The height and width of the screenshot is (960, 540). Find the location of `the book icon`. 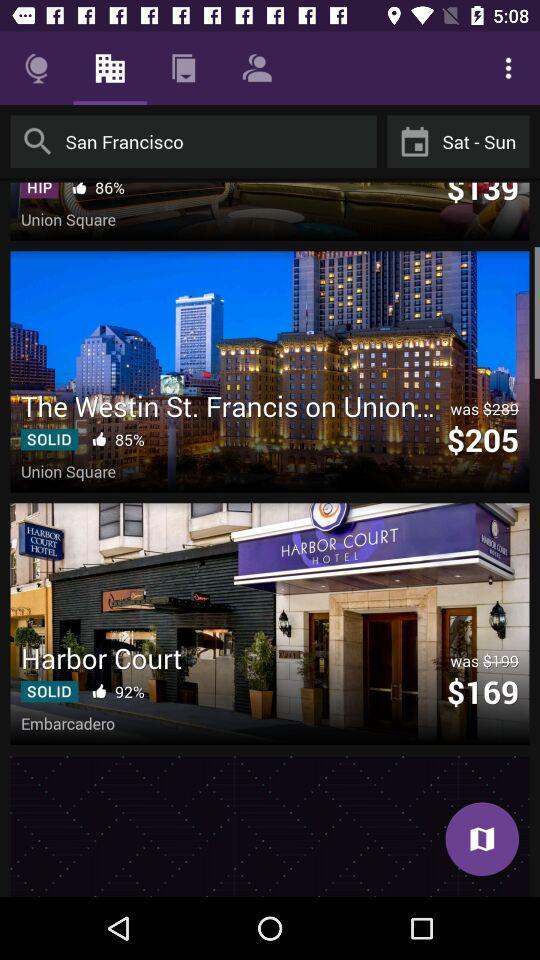

the book icon is located at coordinates (481, 839).